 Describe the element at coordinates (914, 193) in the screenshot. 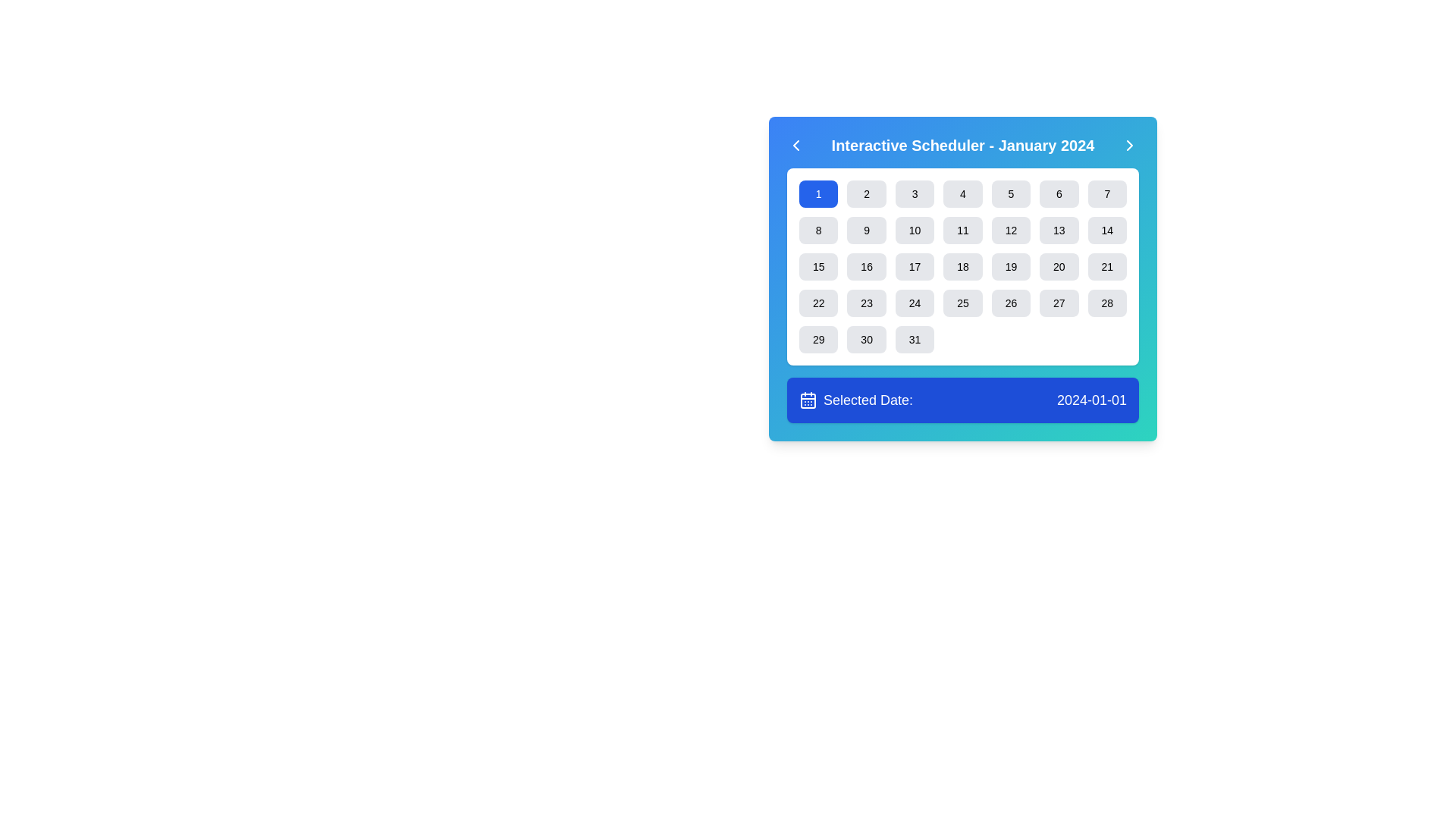

I see `the button labeled '3' in the calendar grid` at that location.